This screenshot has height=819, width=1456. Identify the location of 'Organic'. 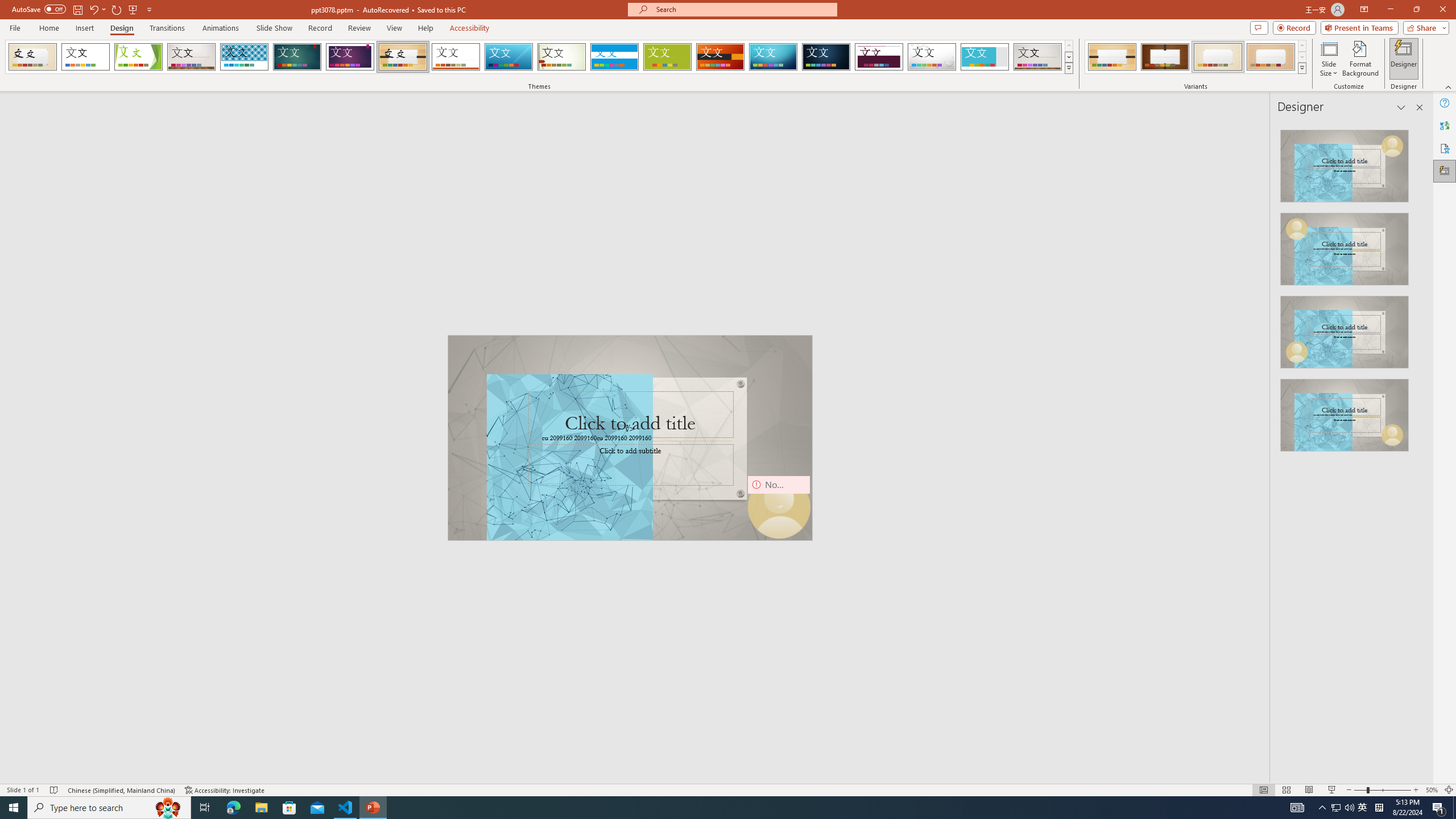
(403, 56).